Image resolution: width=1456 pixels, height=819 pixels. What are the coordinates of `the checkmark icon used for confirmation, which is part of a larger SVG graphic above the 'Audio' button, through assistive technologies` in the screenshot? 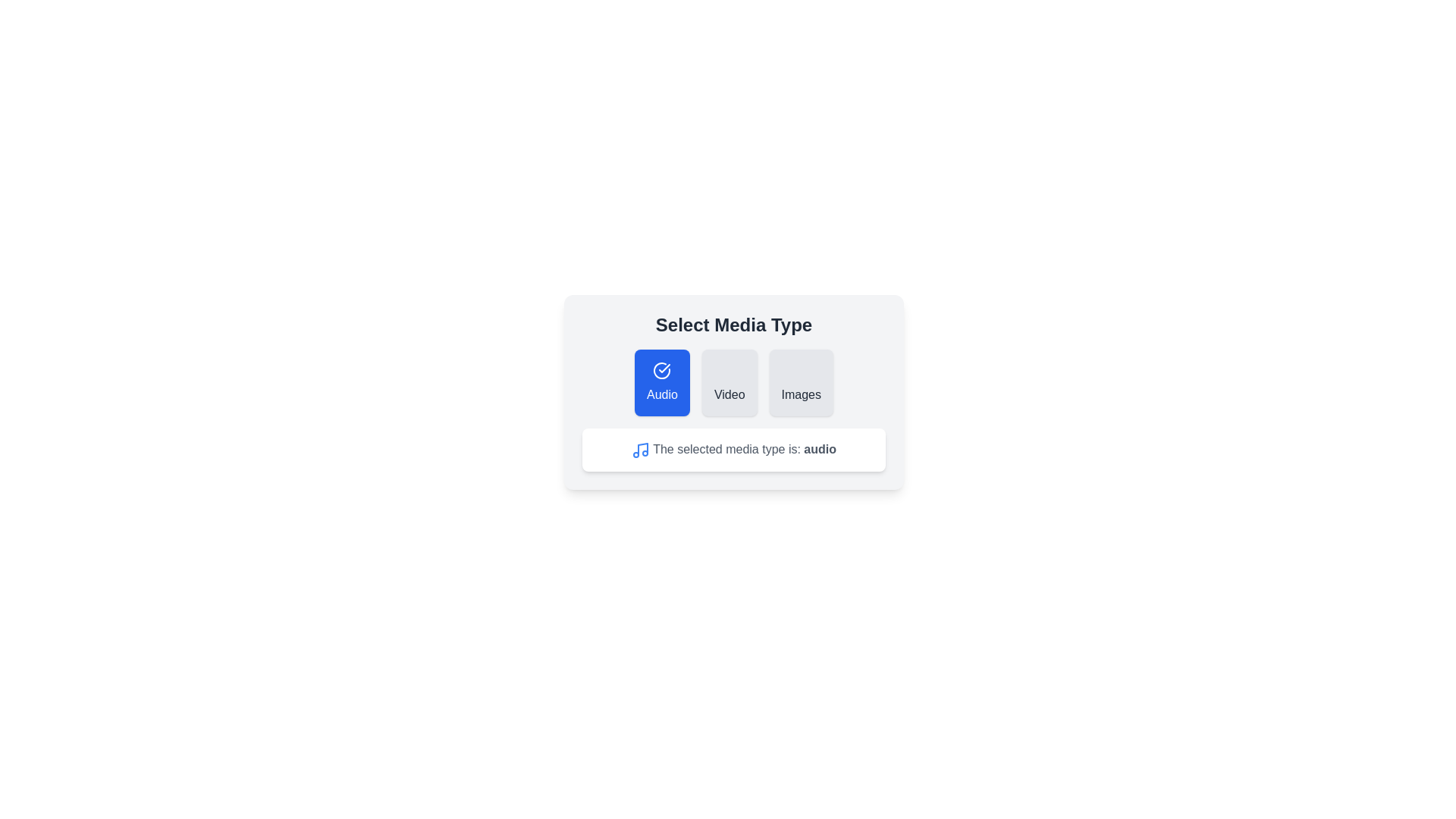 It's located at (664, 369).